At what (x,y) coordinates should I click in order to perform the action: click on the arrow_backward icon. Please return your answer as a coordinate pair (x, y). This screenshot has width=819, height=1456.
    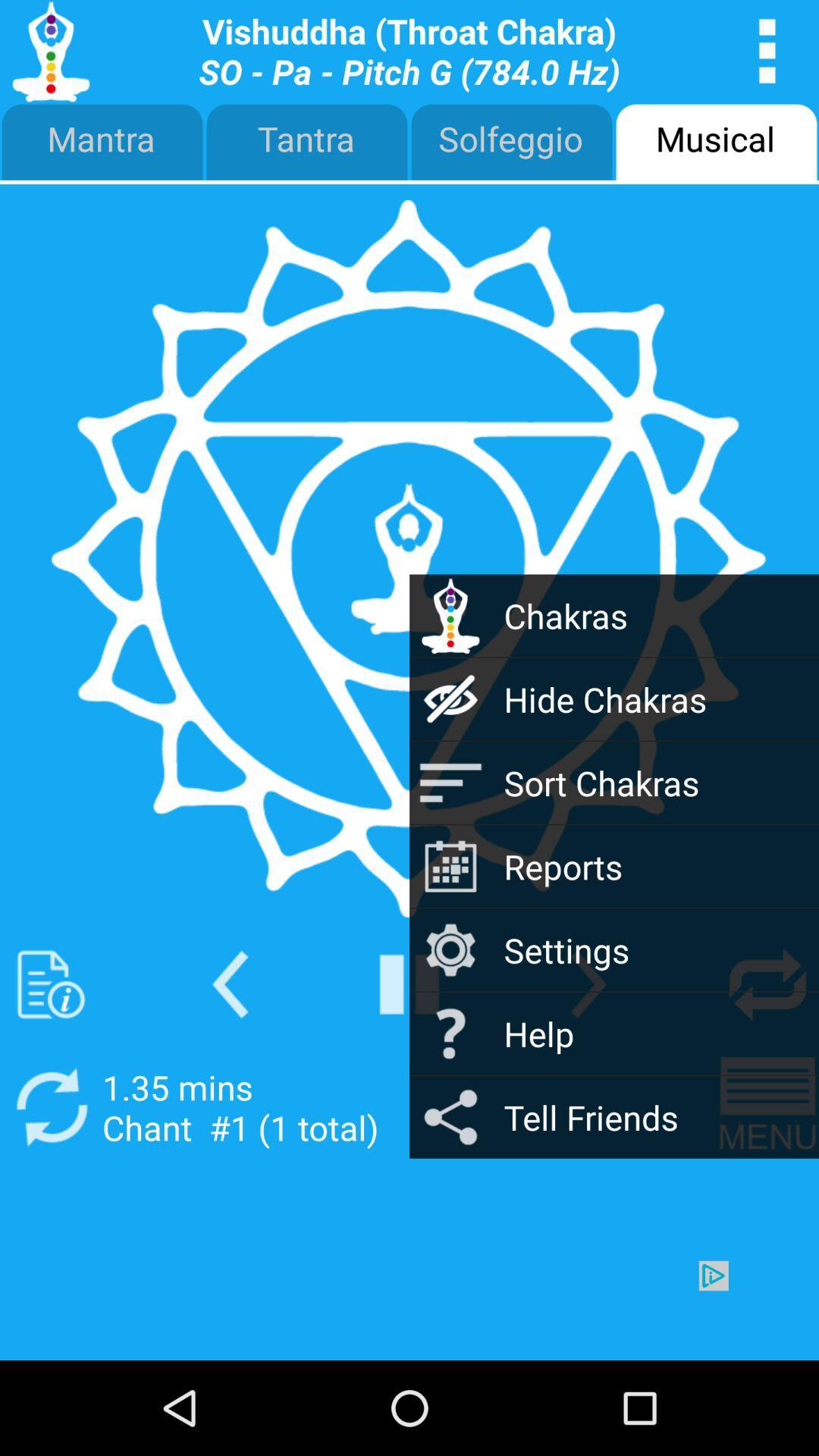
    Looking at the image, I should click on (230, 1053).